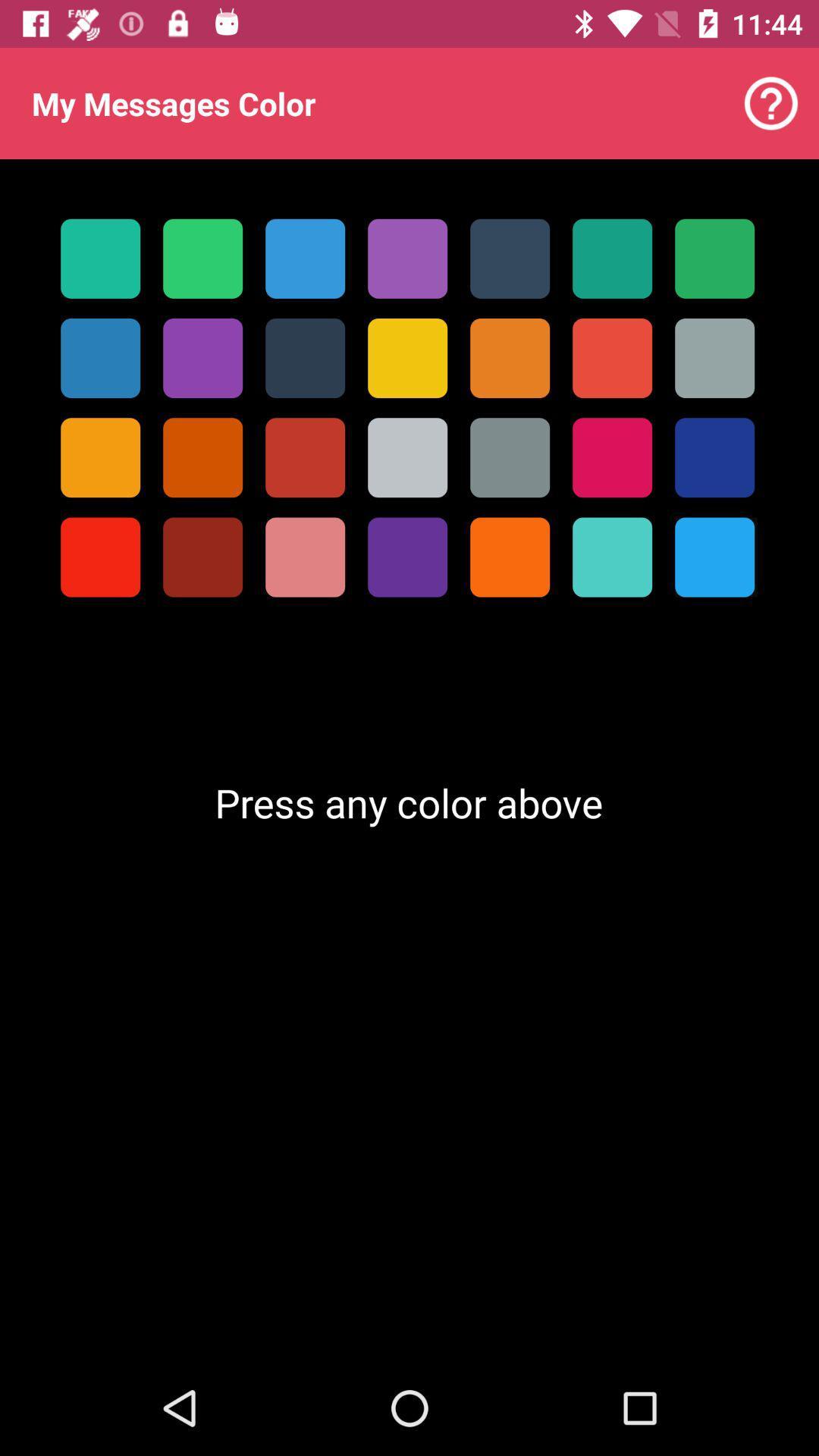 Image resolution: width=819 pixels, height=1456 pixels. I want to click on the fourth color in the second row, so click(406, 357).